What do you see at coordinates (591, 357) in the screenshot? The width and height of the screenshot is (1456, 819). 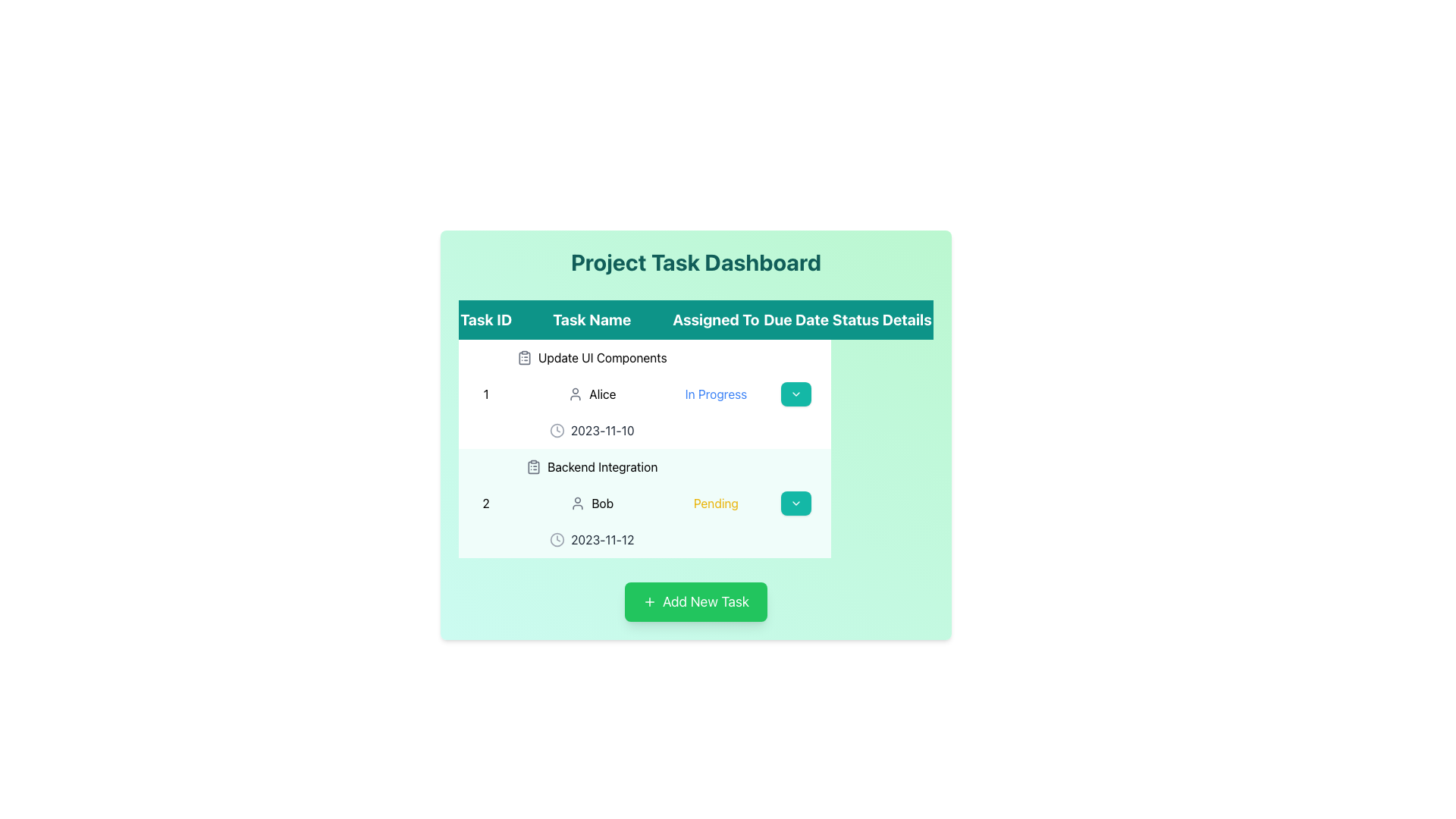 I see `the 'Update UI Components' text label with clipboard icon located in the first row of the table under the 'Task Name' column, aligned with the '1' in the 'Task ID' column and 'Alice' in the 'Assigned To' column` at bounding box center [591, 357].